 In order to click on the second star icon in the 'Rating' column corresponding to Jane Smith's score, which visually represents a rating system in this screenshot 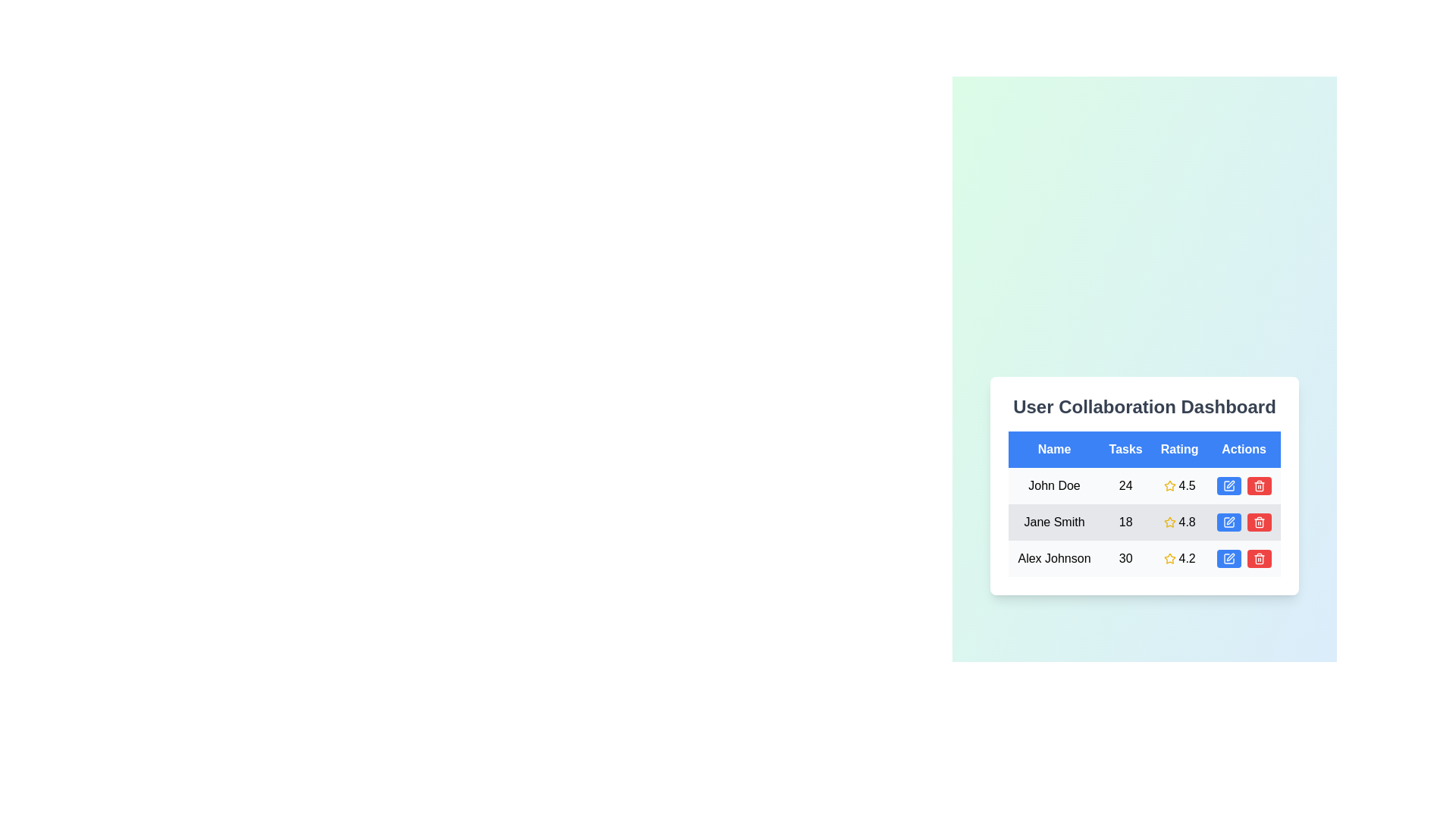, I will do `click(1169, 521)`.